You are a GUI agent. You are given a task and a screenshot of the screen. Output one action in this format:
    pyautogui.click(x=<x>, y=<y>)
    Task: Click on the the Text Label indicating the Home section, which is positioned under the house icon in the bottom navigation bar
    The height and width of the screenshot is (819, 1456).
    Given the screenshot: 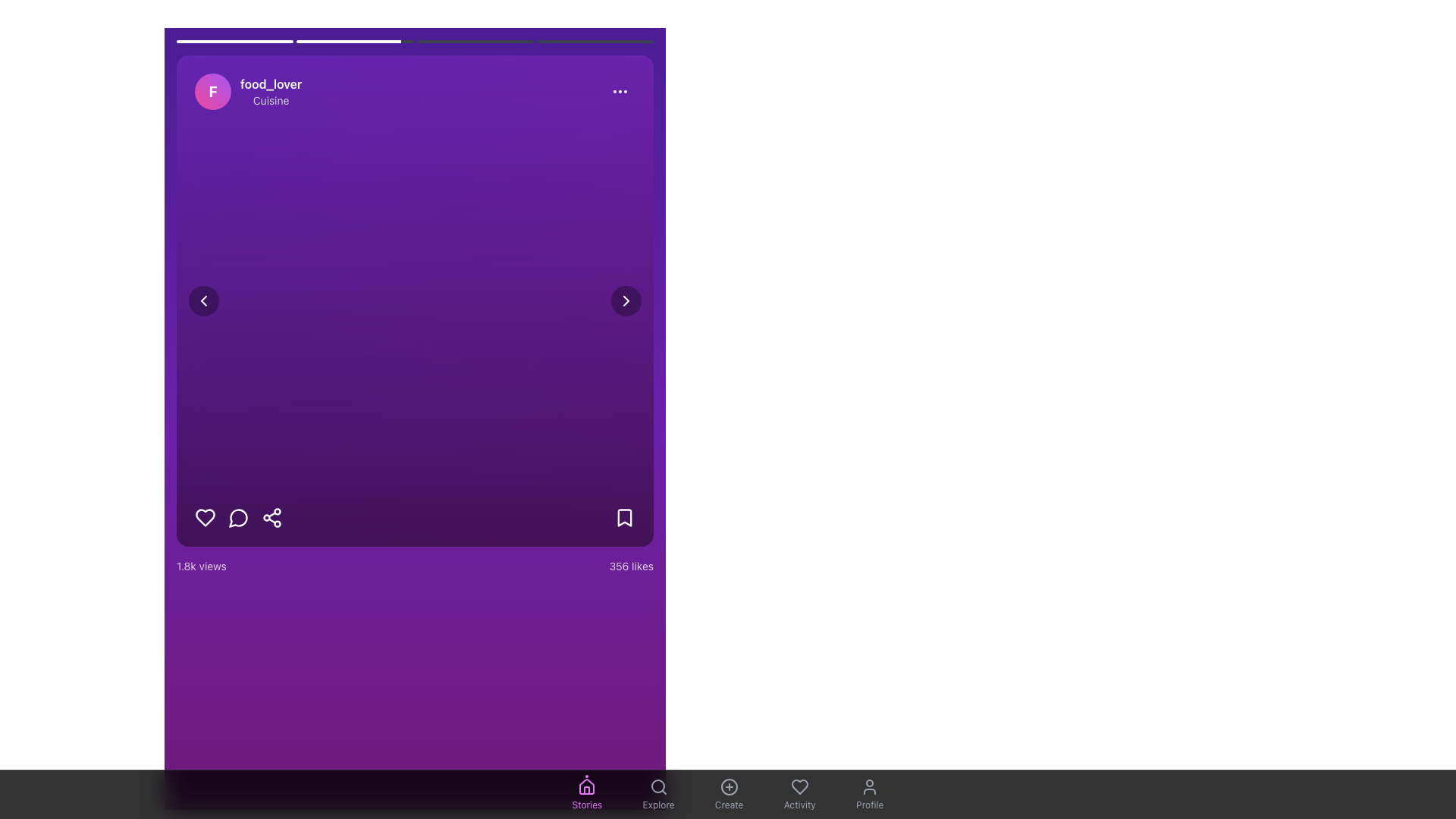 What is the action you would take?
    pyautogui.click(x=586, y=804)
    